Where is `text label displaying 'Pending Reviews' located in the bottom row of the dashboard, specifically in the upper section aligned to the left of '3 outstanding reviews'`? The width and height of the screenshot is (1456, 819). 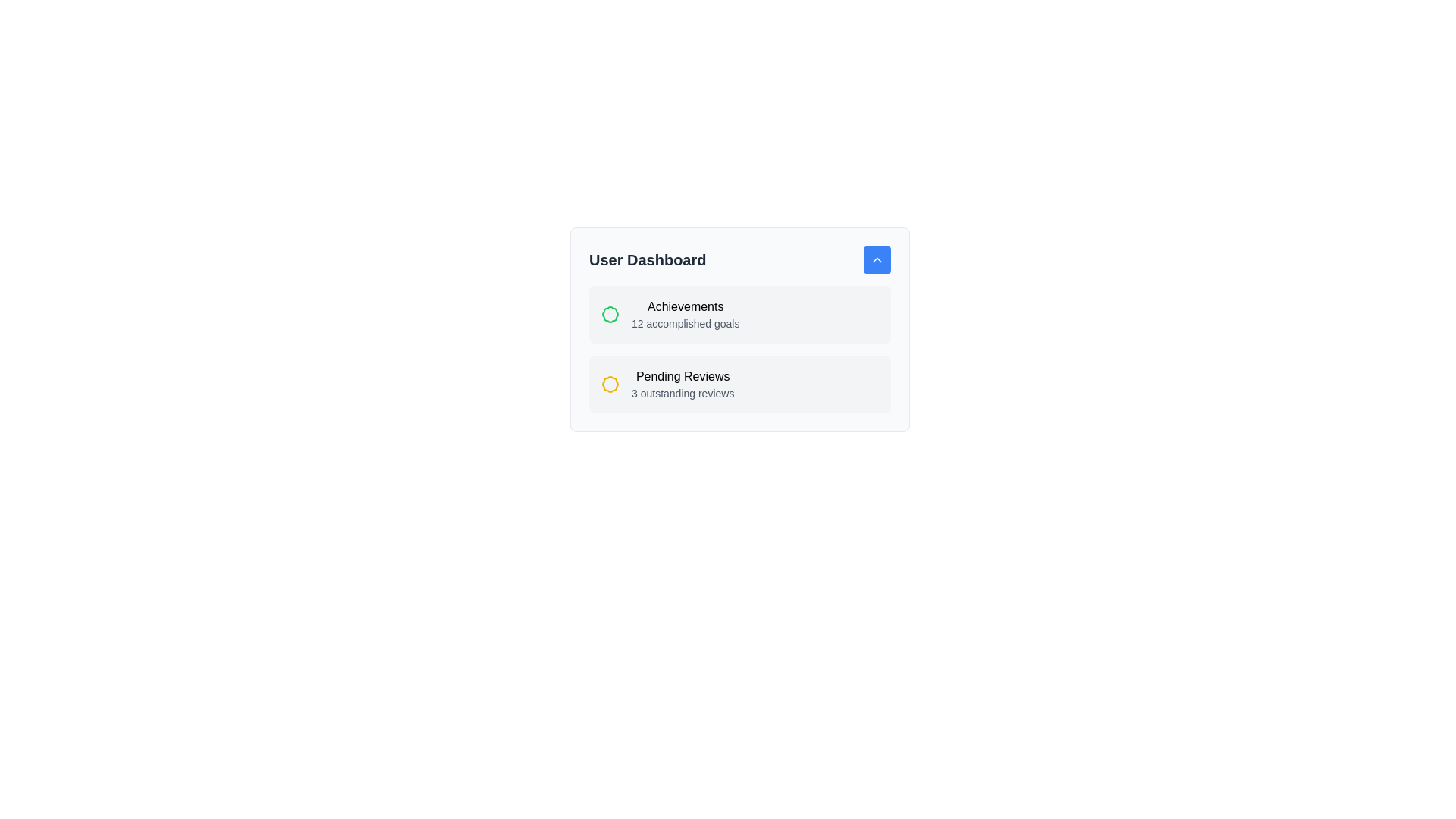
text label displaying 'Pending Reviews' located in the bottom row of the dashboard, specifically in the upper section aligned to the left of '3 outstanding reviews' is located at coordinates (682, 376).